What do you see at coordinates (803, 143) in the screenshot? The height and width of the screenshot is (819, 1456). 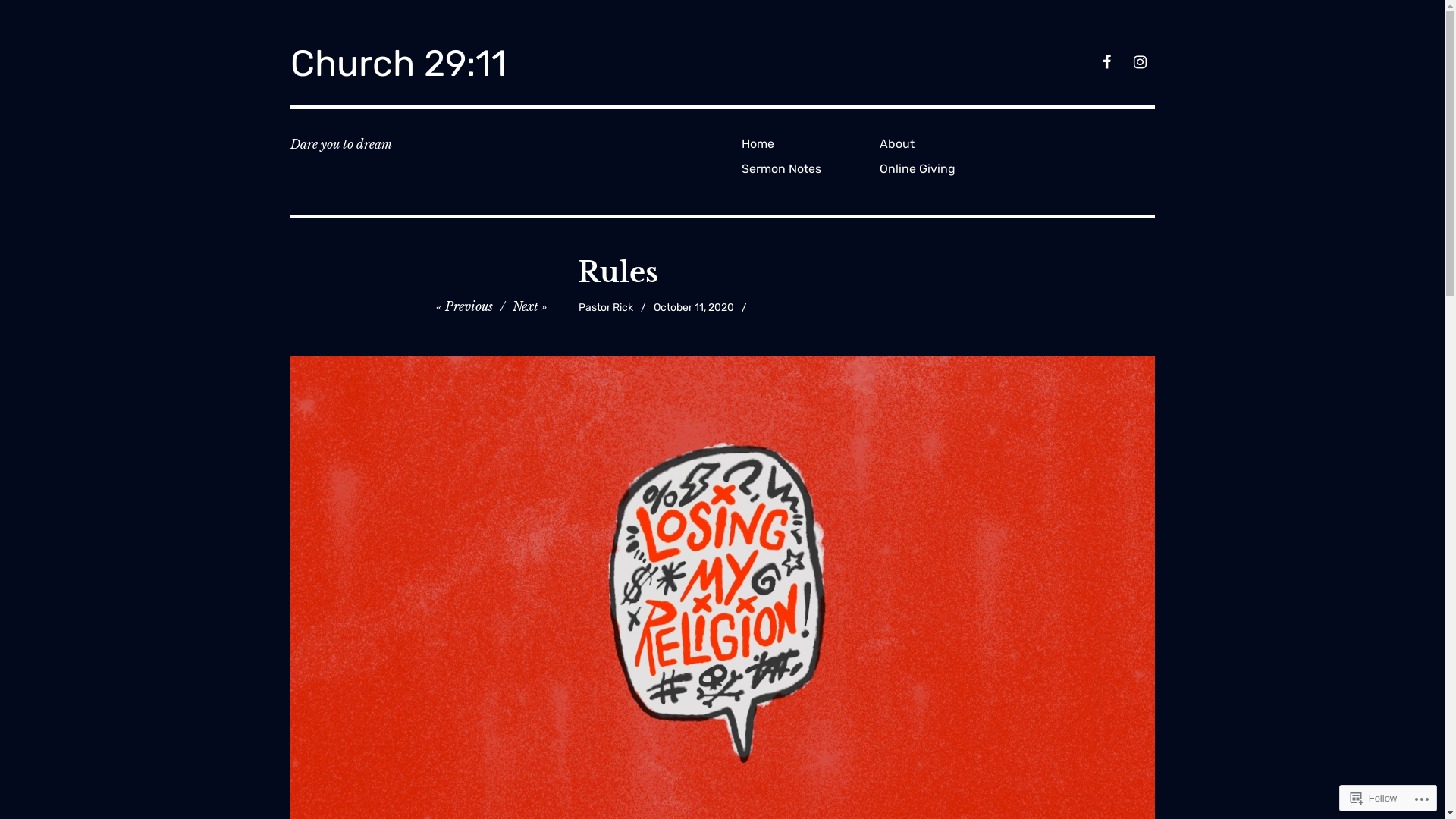 I see `'Home'` at bounding box center [803, 143].